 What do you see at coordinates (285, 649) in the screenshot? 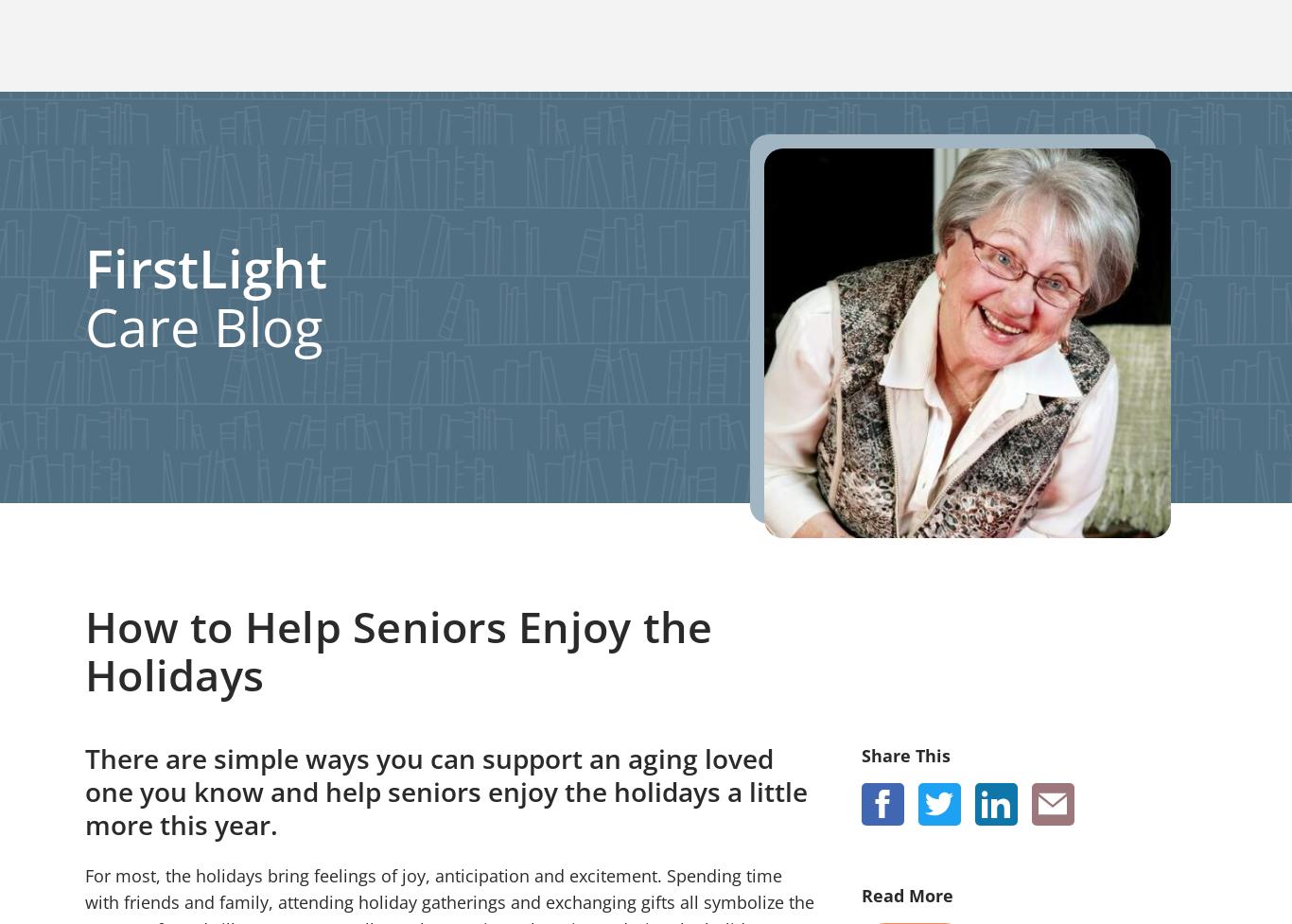
I see `'Request Home Care'` at bounding box center [285, 649].